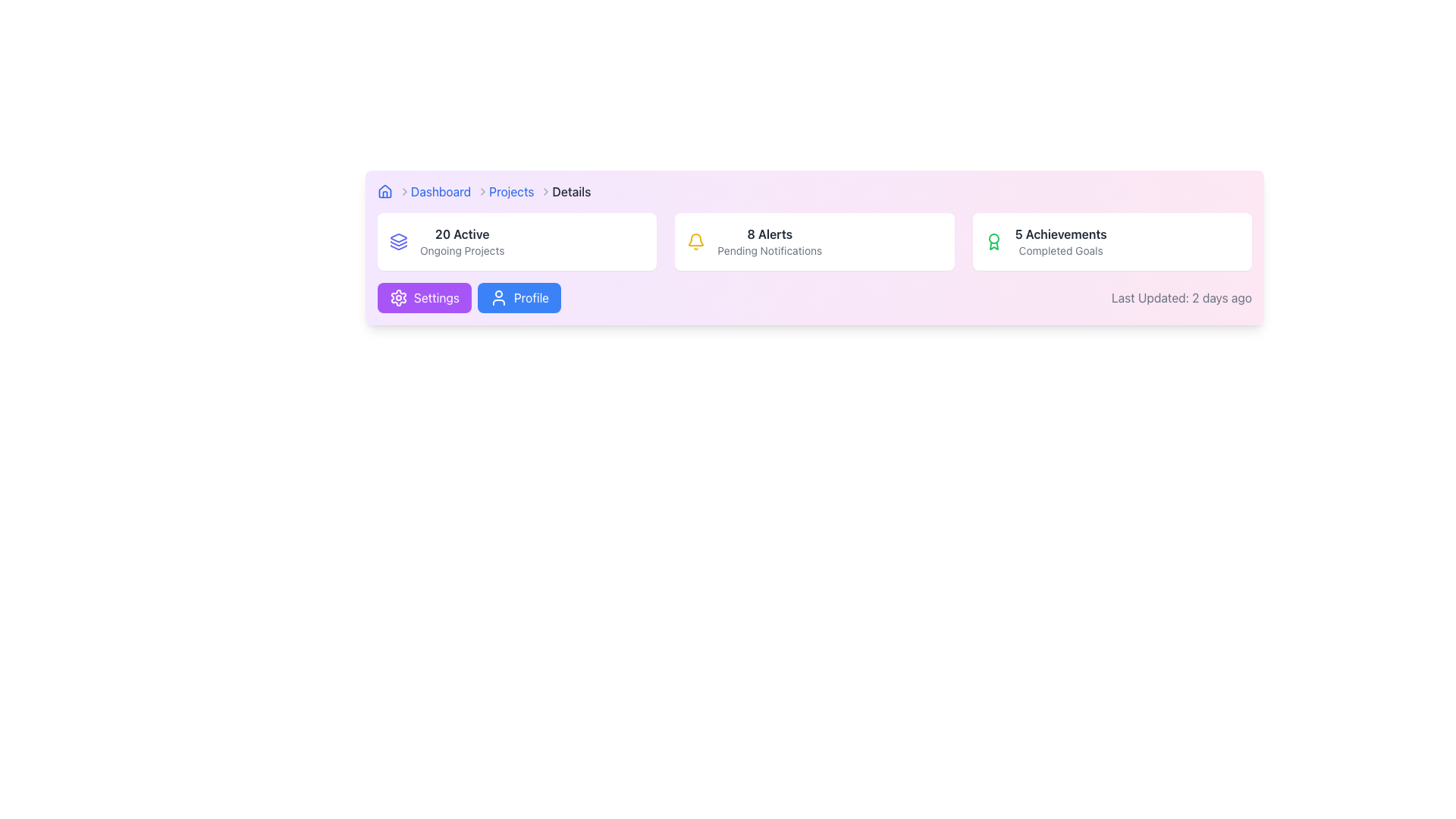 Image resolution: width=1456 pixels, height=819 pixels. Describe the element at coordinates (461, 241) in the screenshot. I see `the textual information display element that shows '20 Active' and 'Ongoing Projects', located in the second card on the dashboard page` at that location.